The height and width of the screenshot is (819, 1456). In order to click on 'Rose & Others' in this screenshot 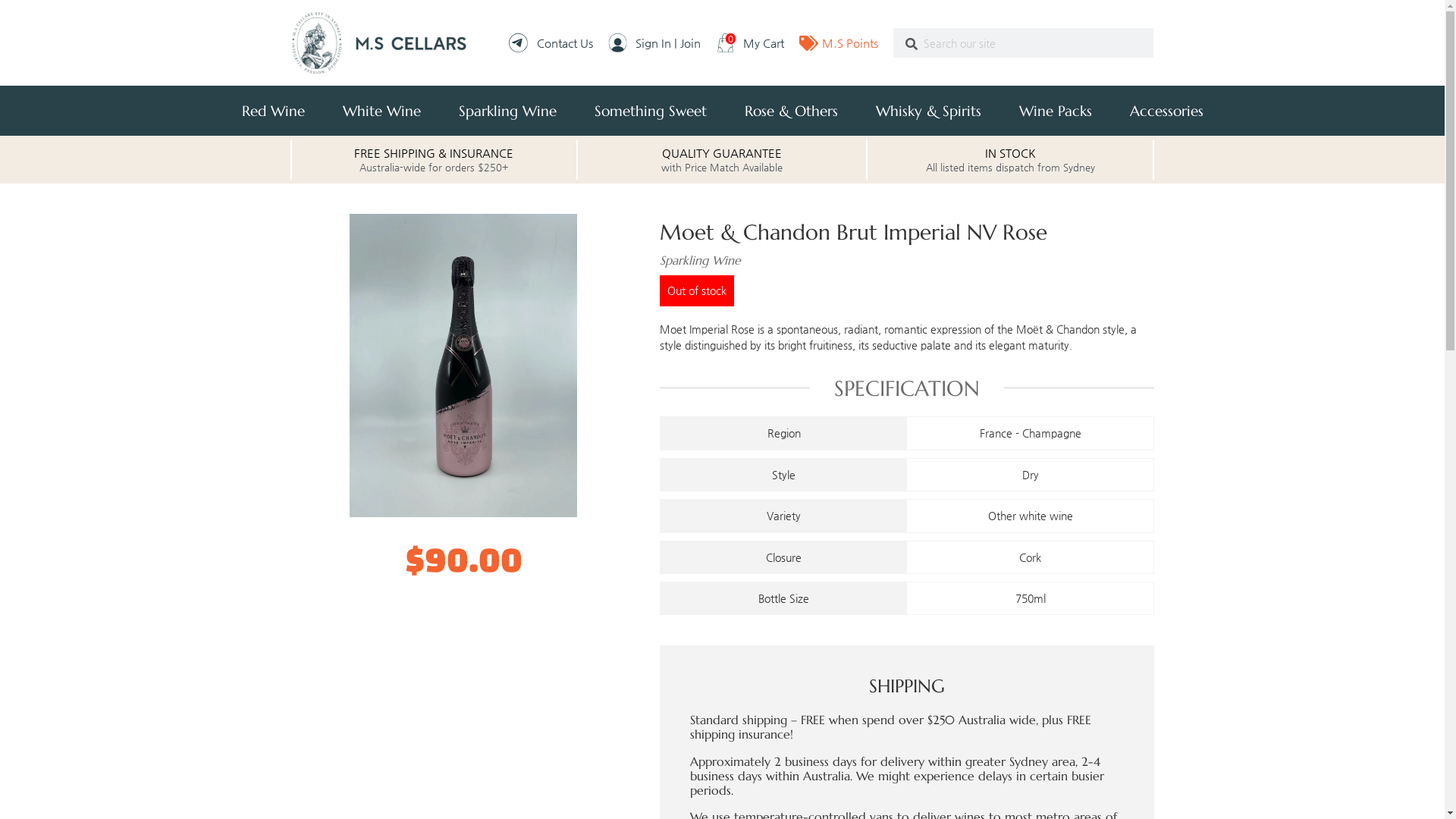, I will do `click(789, 110)`.